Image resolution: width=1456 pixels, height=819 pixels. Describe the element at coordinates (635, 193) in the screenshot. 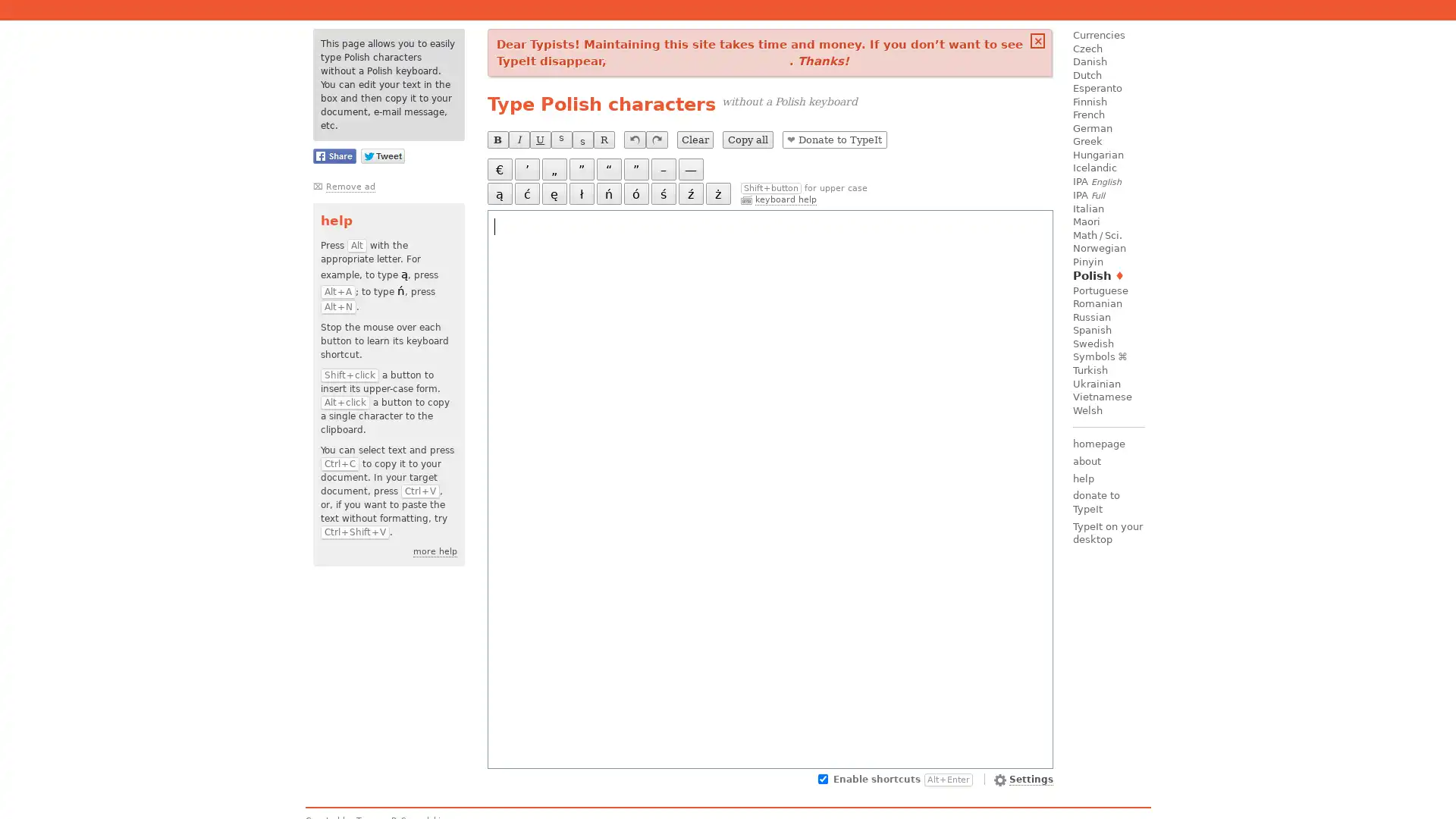

I see `o` at that location.